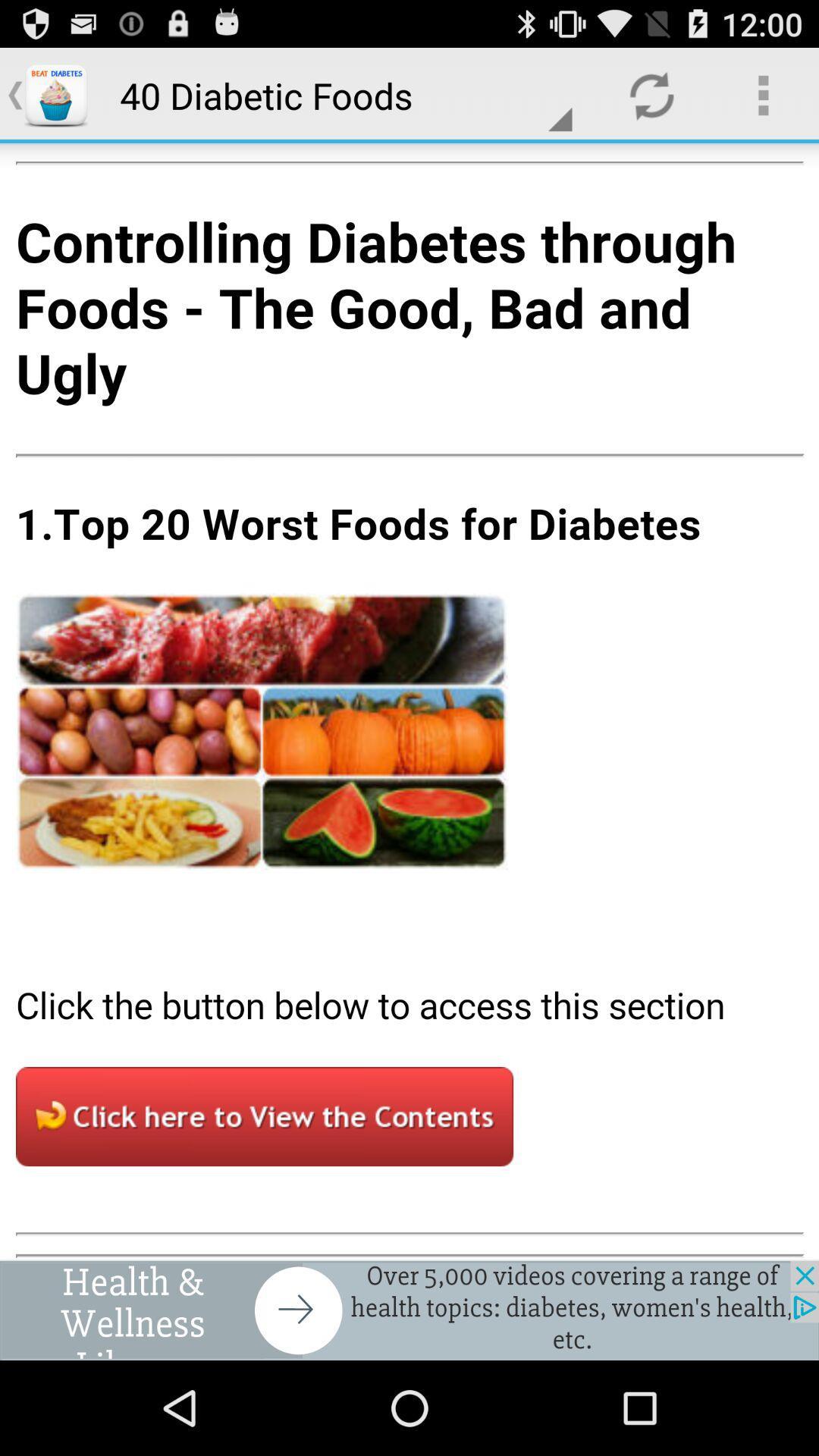 The image size is (819, 1456). Describe the element at coordinates (409, 701) in the screenshot. I see `item description` at that location.